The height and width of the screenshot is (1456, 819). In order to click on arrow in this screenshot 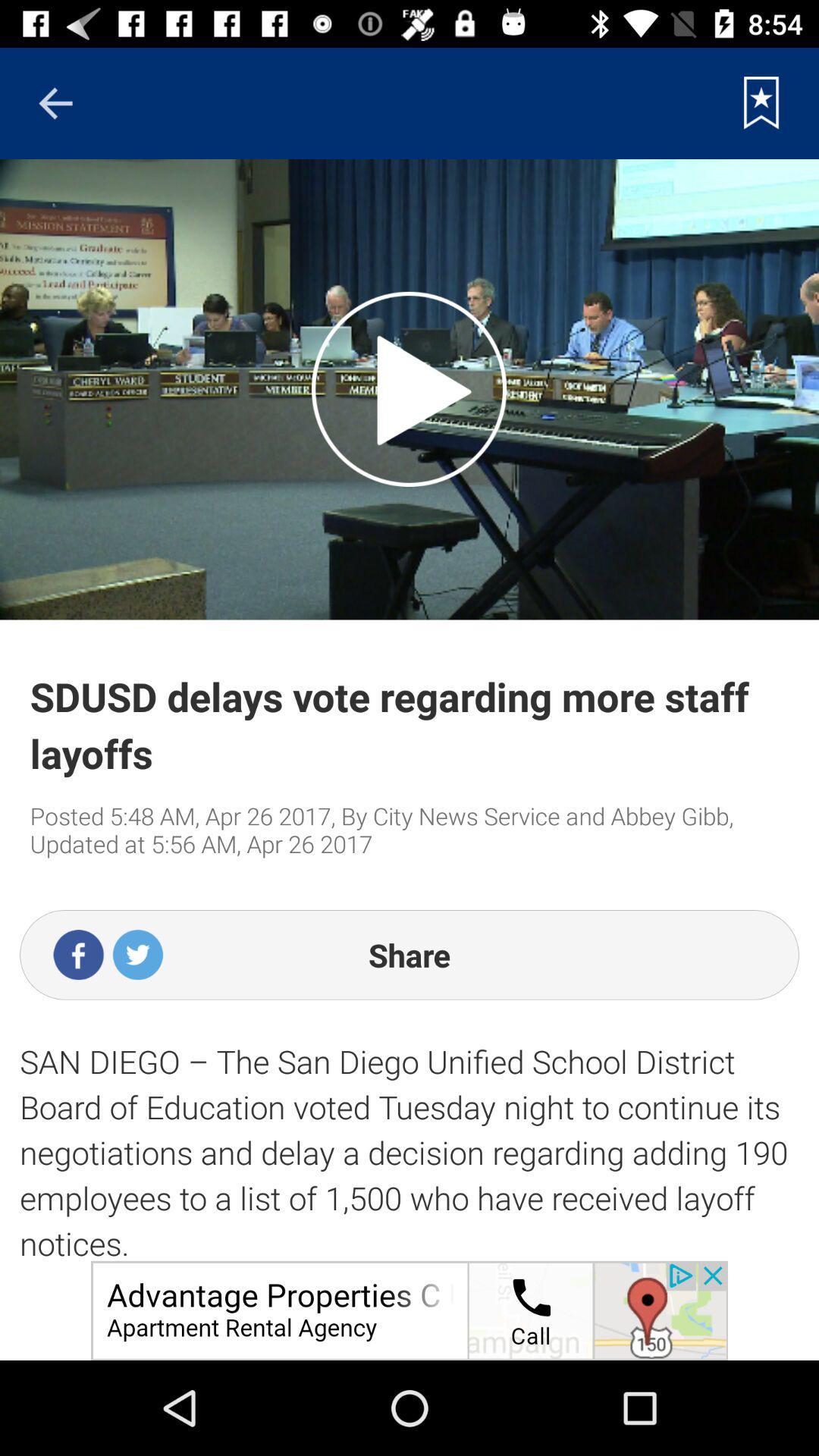, I will do `click(55, 102)`.